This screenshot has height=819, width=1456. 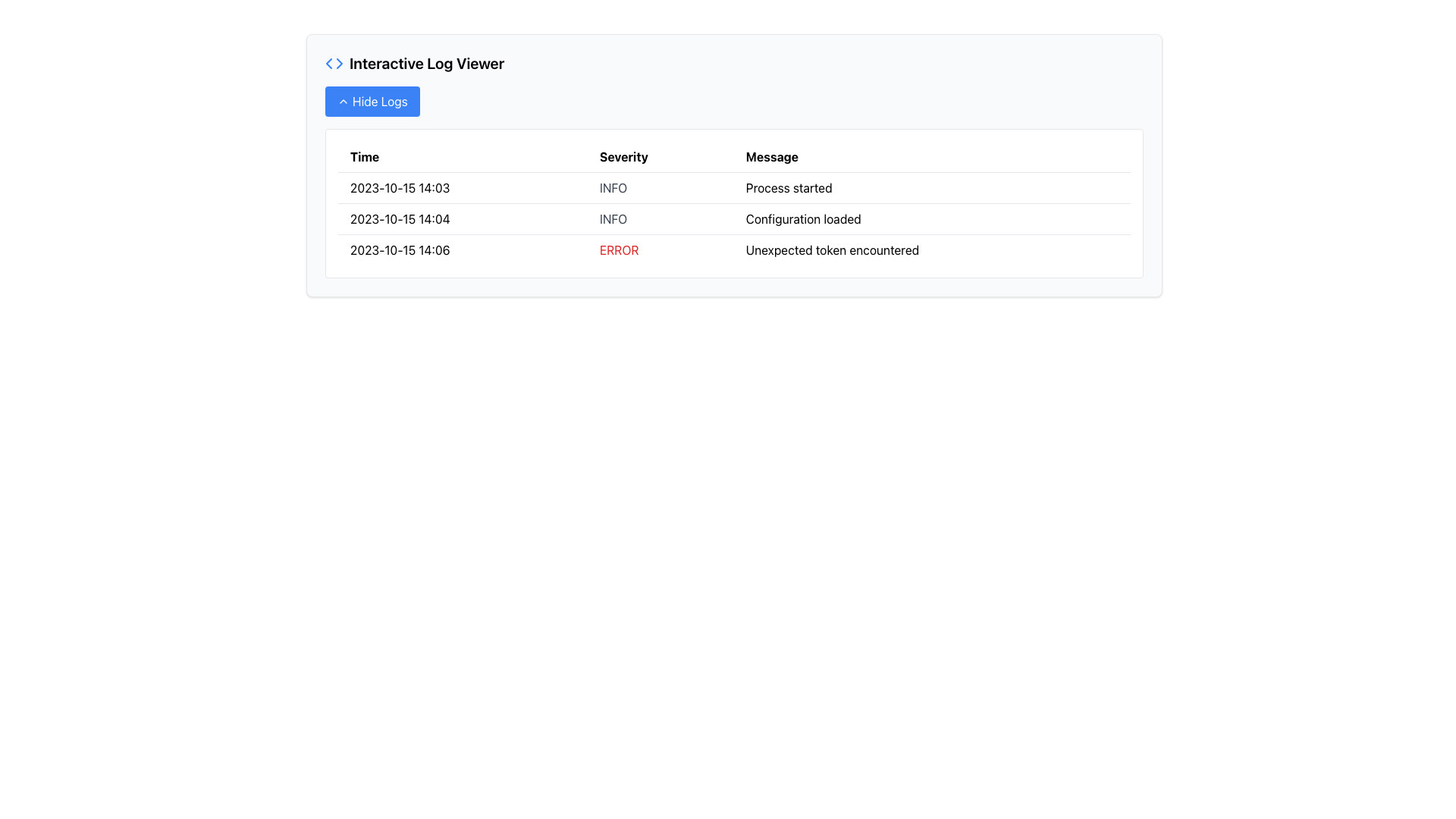 I want to click on the upward-pointing chevron icon with a blue background, located to the left of the 'Hide Logs' text, so click(x=342, y=102).